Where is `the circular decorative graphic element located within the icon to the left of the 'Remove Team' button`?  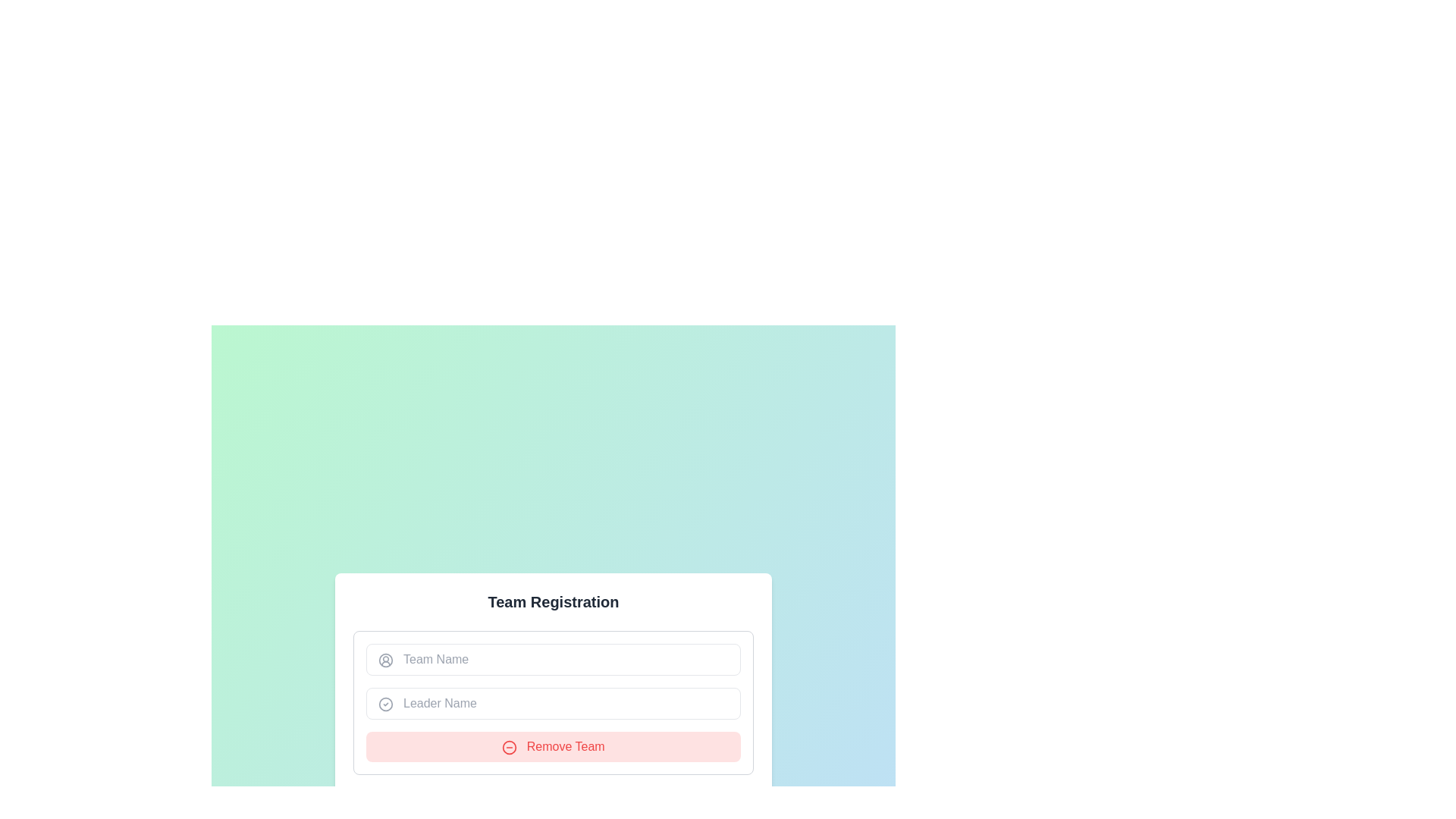 the circular decorative graphic element located within the icon to the left of the 'Remove Team' button is located at coordinates (510, 746).